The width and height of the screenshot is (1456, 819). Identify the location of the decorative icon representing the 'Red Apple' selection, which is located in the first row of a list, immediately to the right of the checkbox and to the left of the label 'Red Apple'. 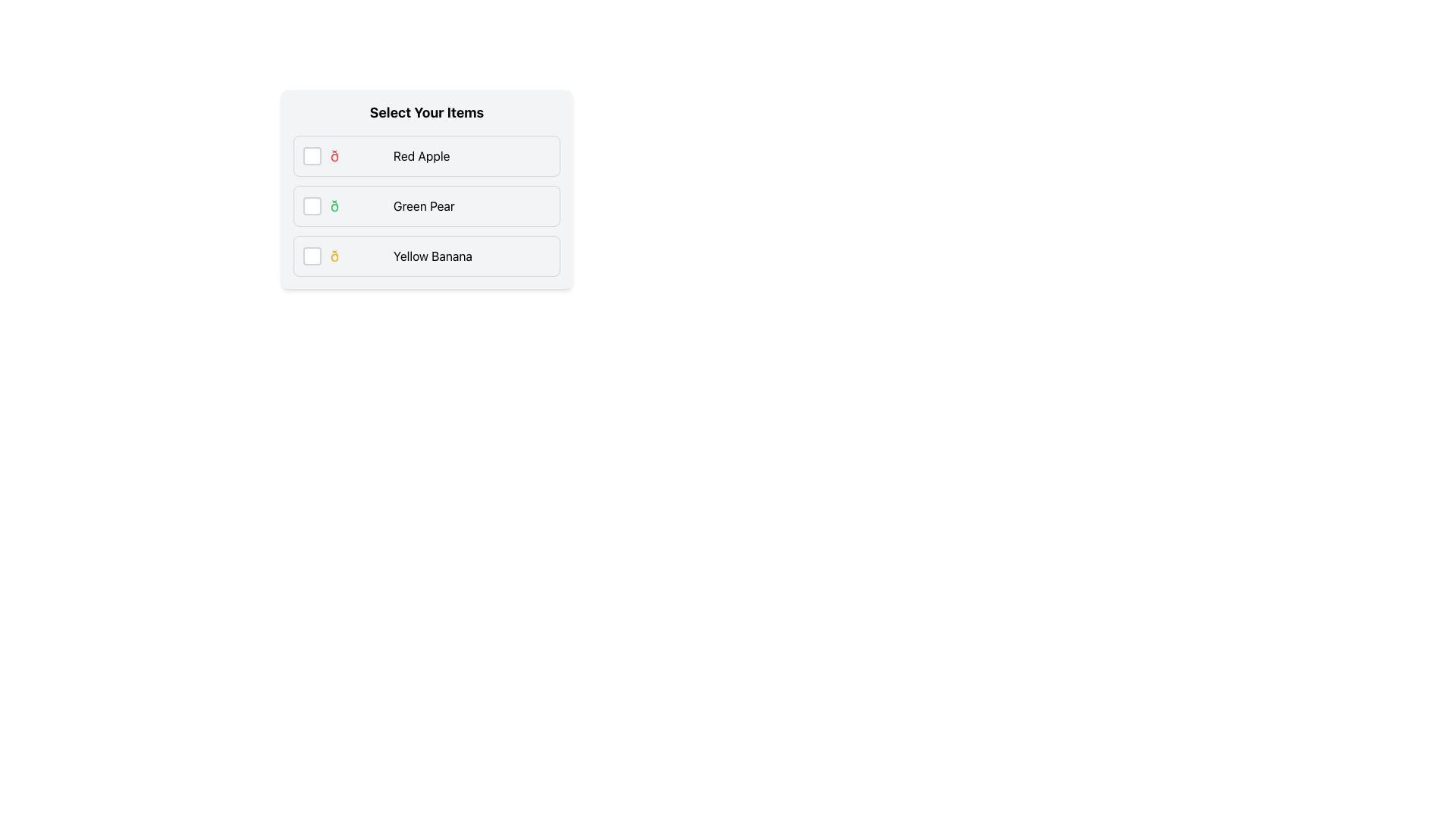
(356, 155).